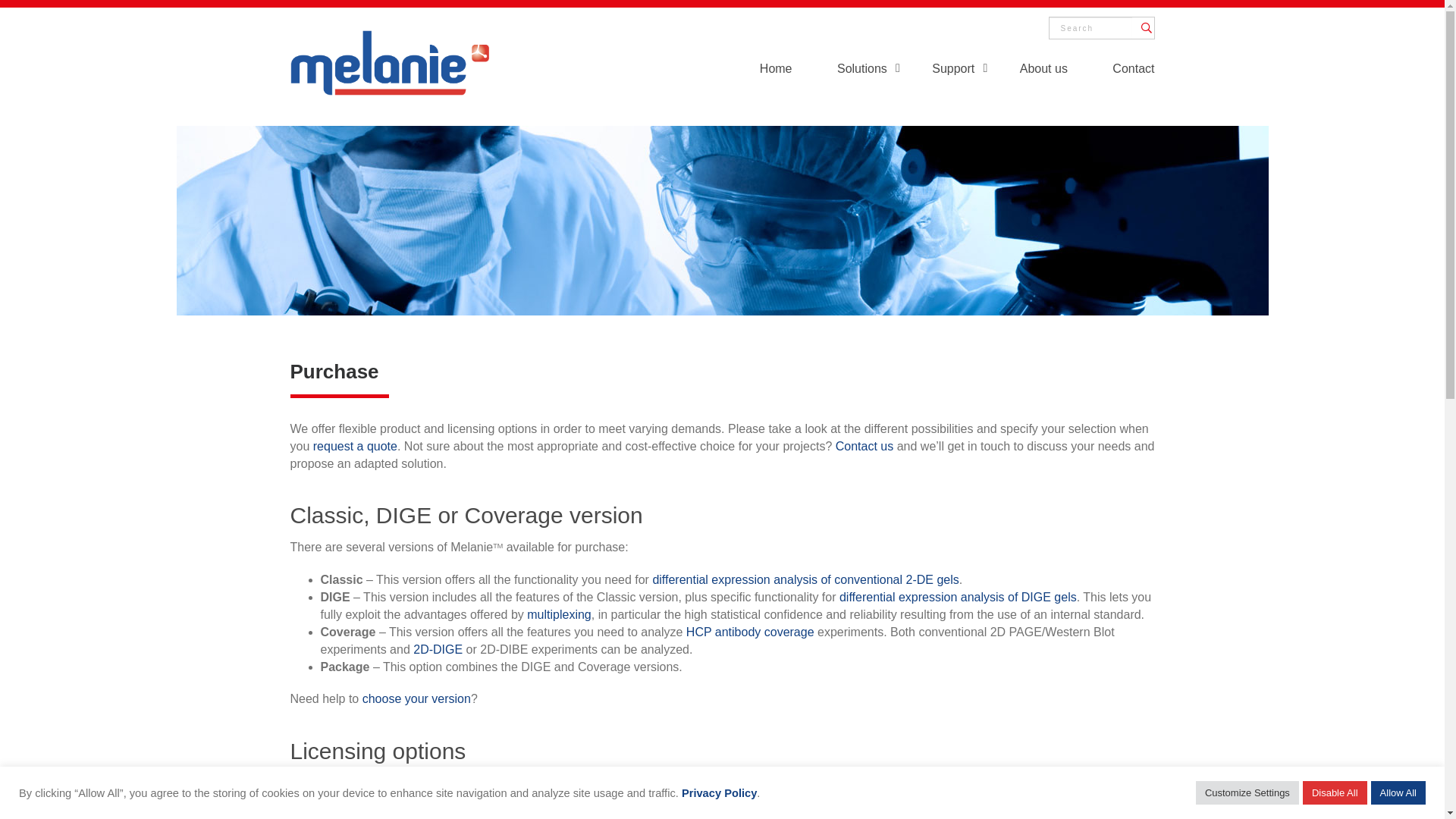  What do you see at coordinates (760, 71) in the screenshot?
I see `'Home'` at bounding box center [760, 71].